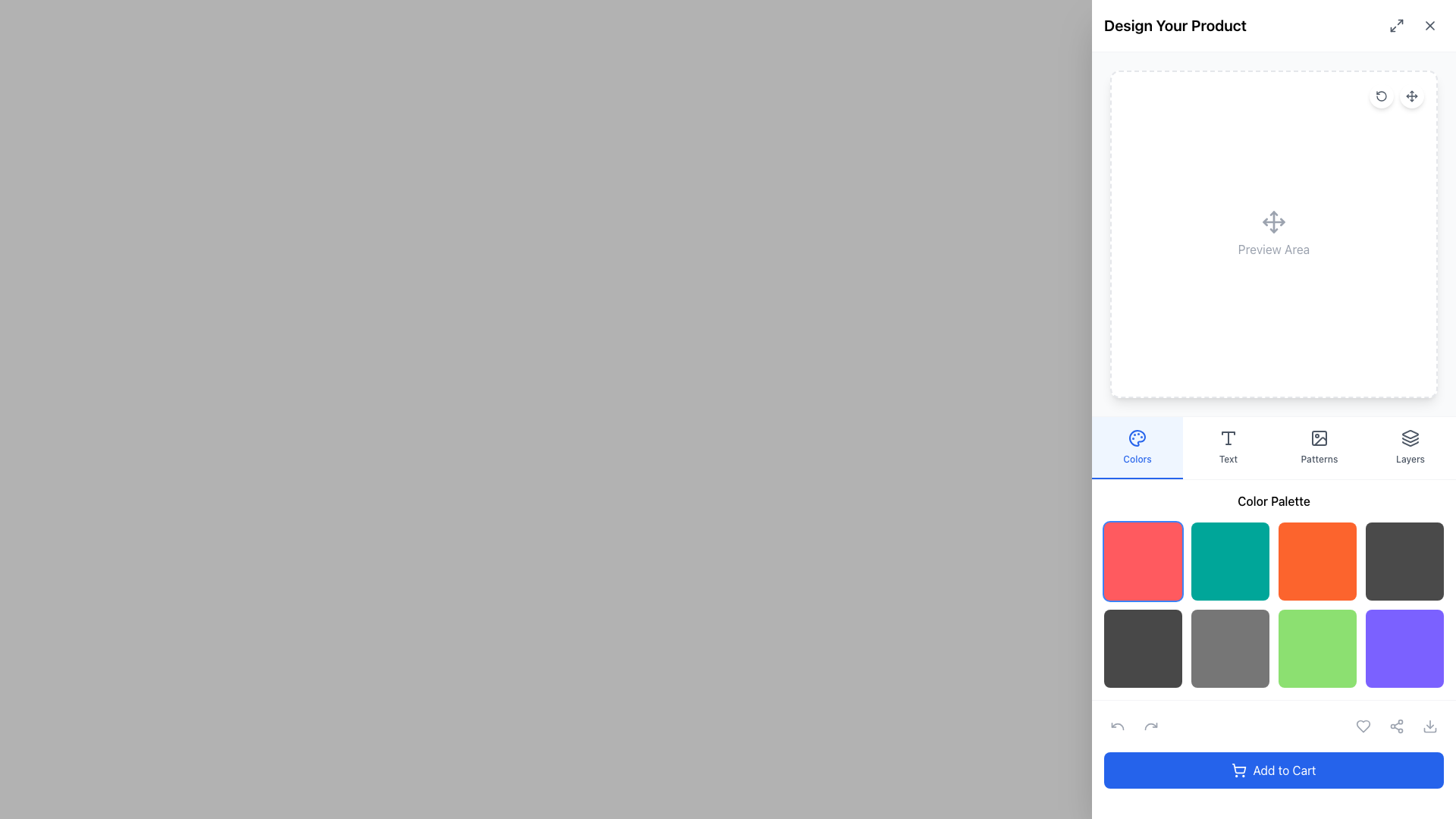 This screenshot has height=819, width=1456. Describe the element at coordinates (1274, 725) in the screenshot. I see `a button within the Toolbar containing action buttons located near the bottom of the interface, above the 'Add to Cart' button` at that location.